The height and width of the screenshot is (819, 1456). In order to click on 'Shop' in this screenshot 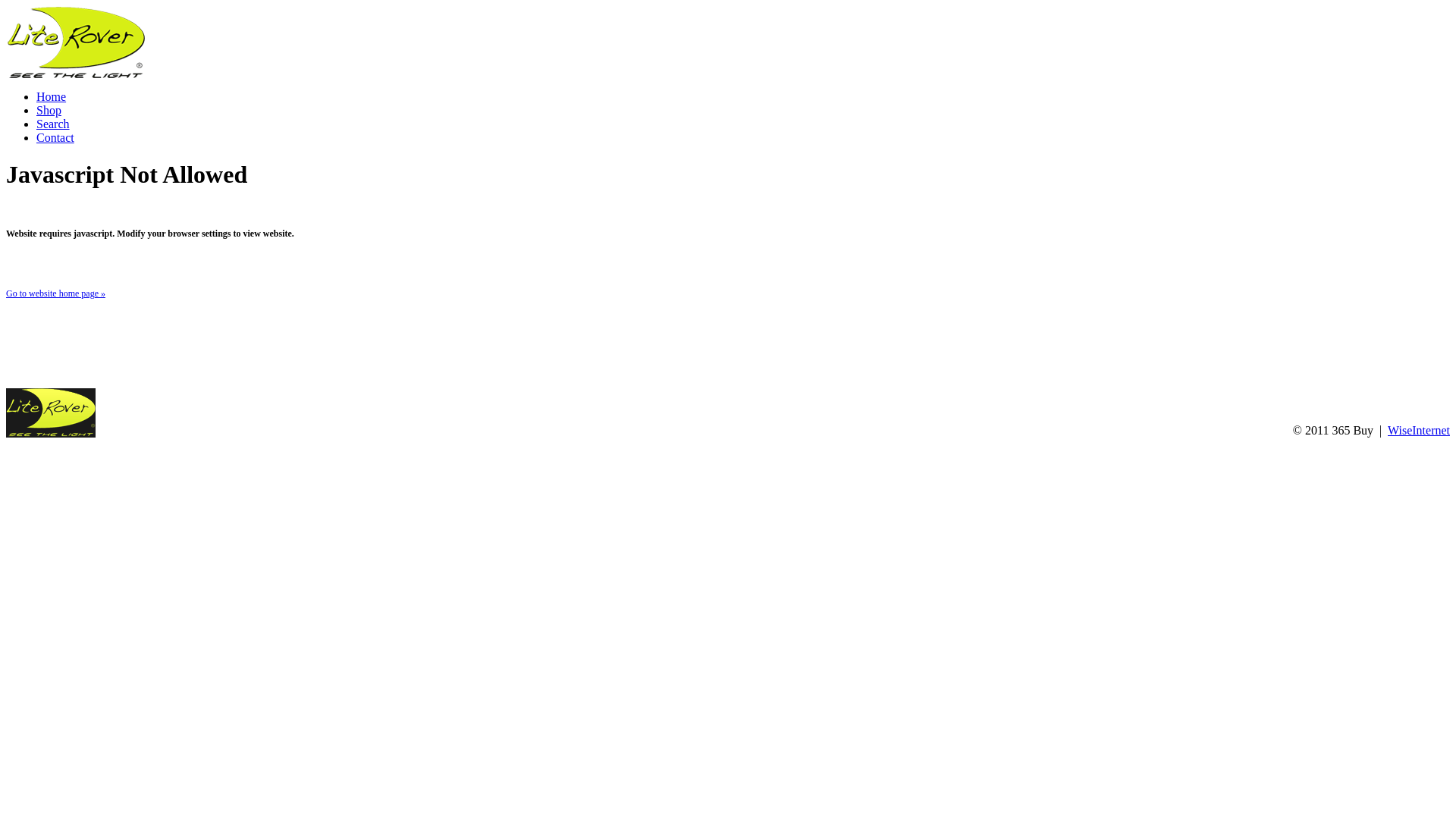, I will do `click(49, 109)`.